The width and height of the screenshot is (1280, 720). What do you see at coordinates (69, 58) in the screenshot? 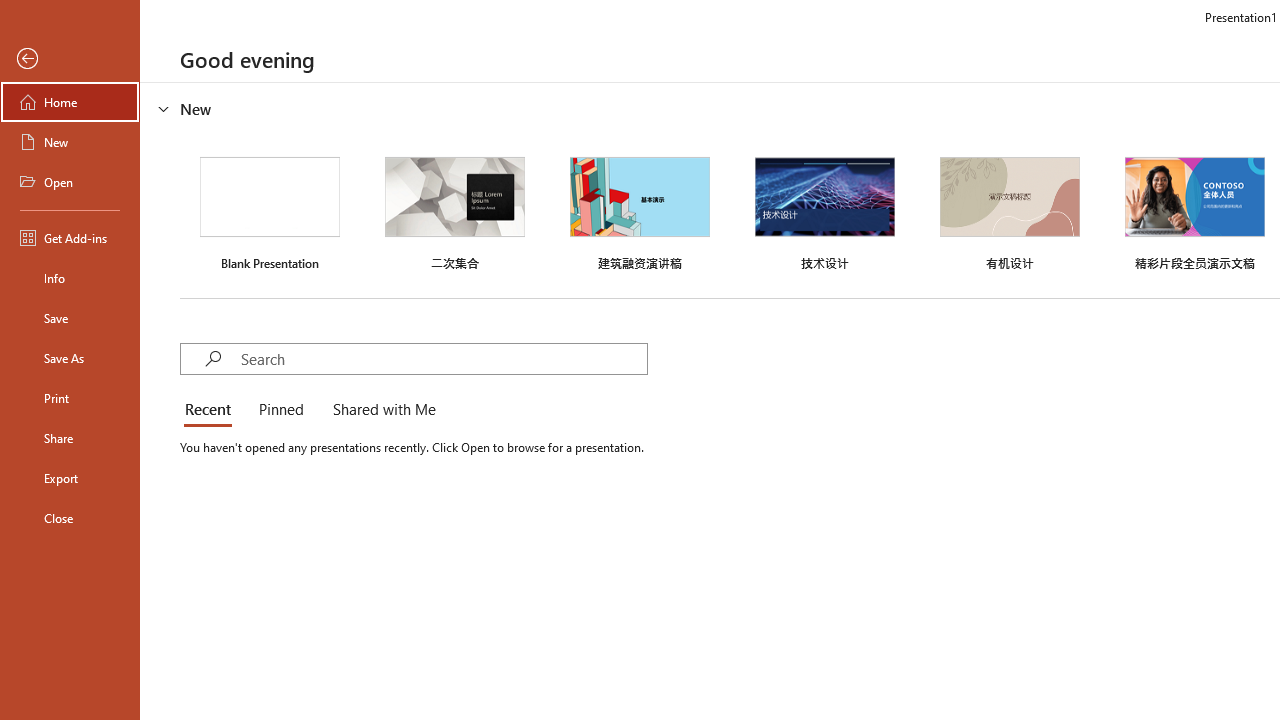
I see `'Back'` at bounding box center [69, 58].